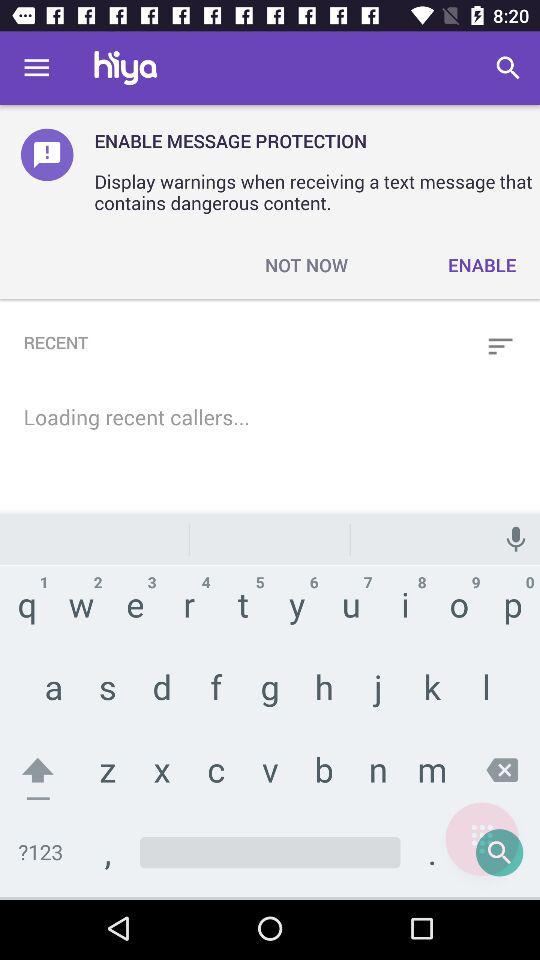 This screenshot has width=540, height=960. Describe the element at coordinates (481, 839) in the screenshot. I see `the search icon` at that location.